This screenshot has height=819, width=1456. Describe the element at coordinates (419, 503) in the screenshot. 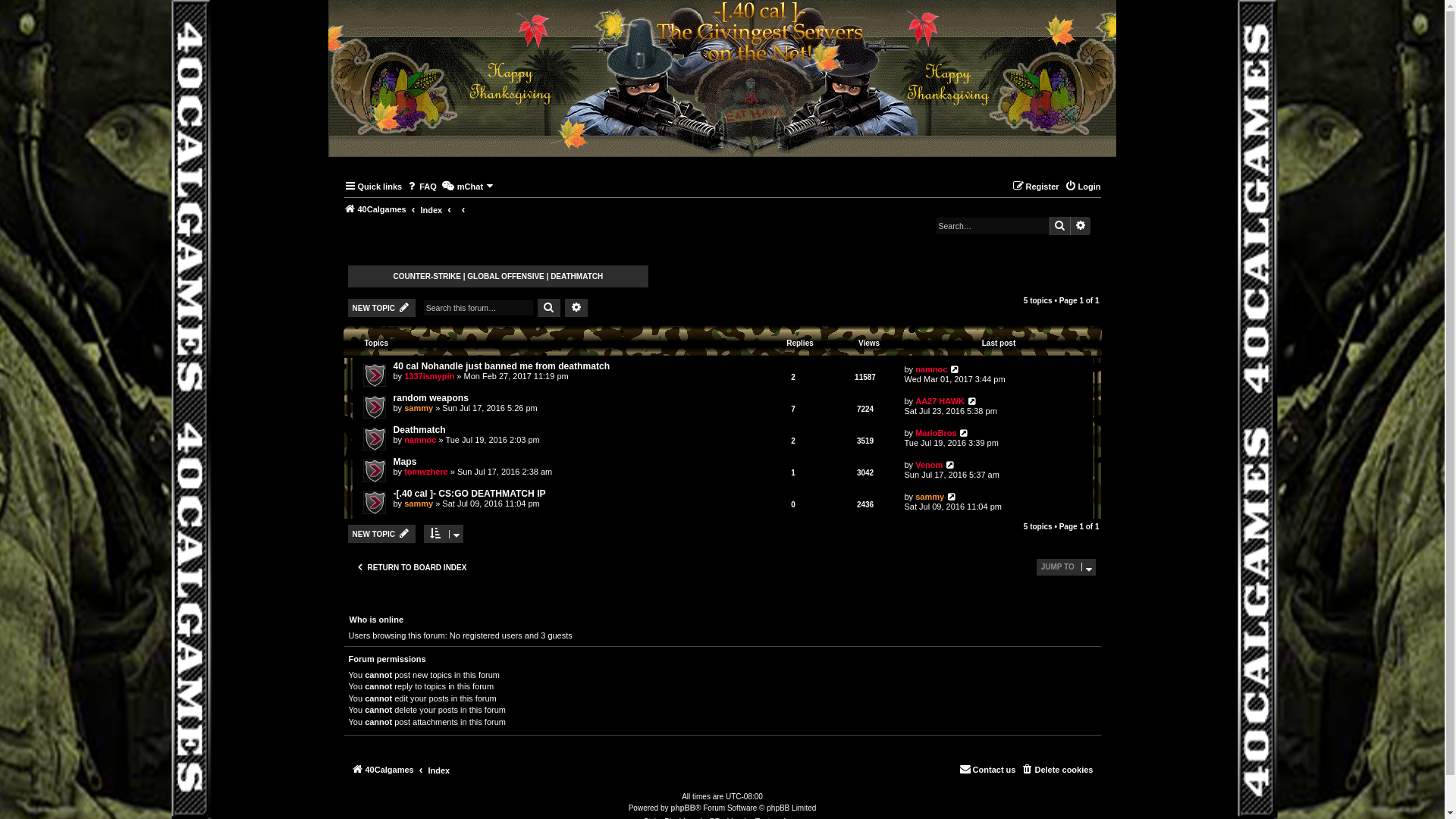

I see `'sammy'` at that location.